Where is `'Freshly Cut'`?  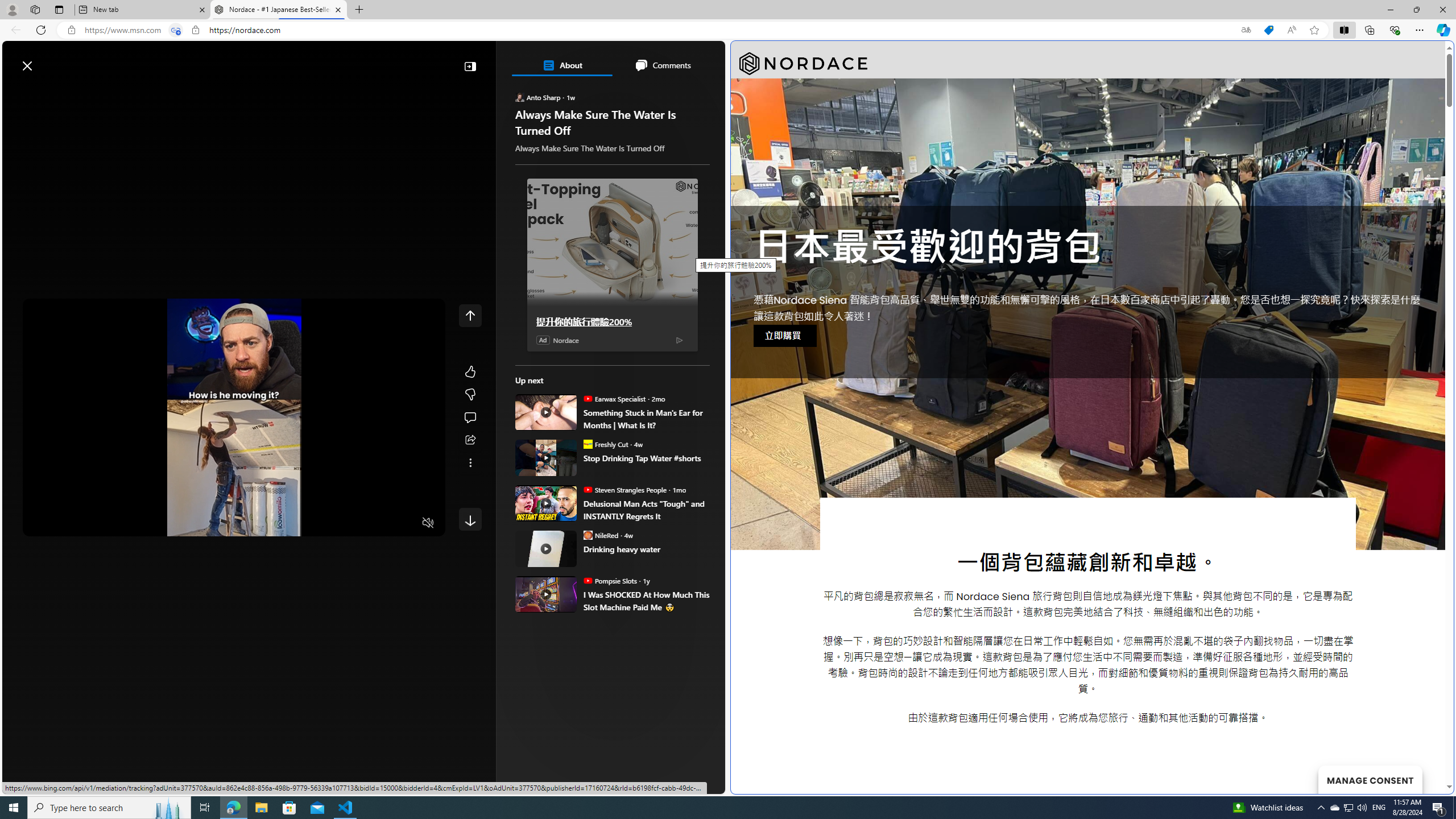
'Freshly Cut' is located at coordinates (586, 444).